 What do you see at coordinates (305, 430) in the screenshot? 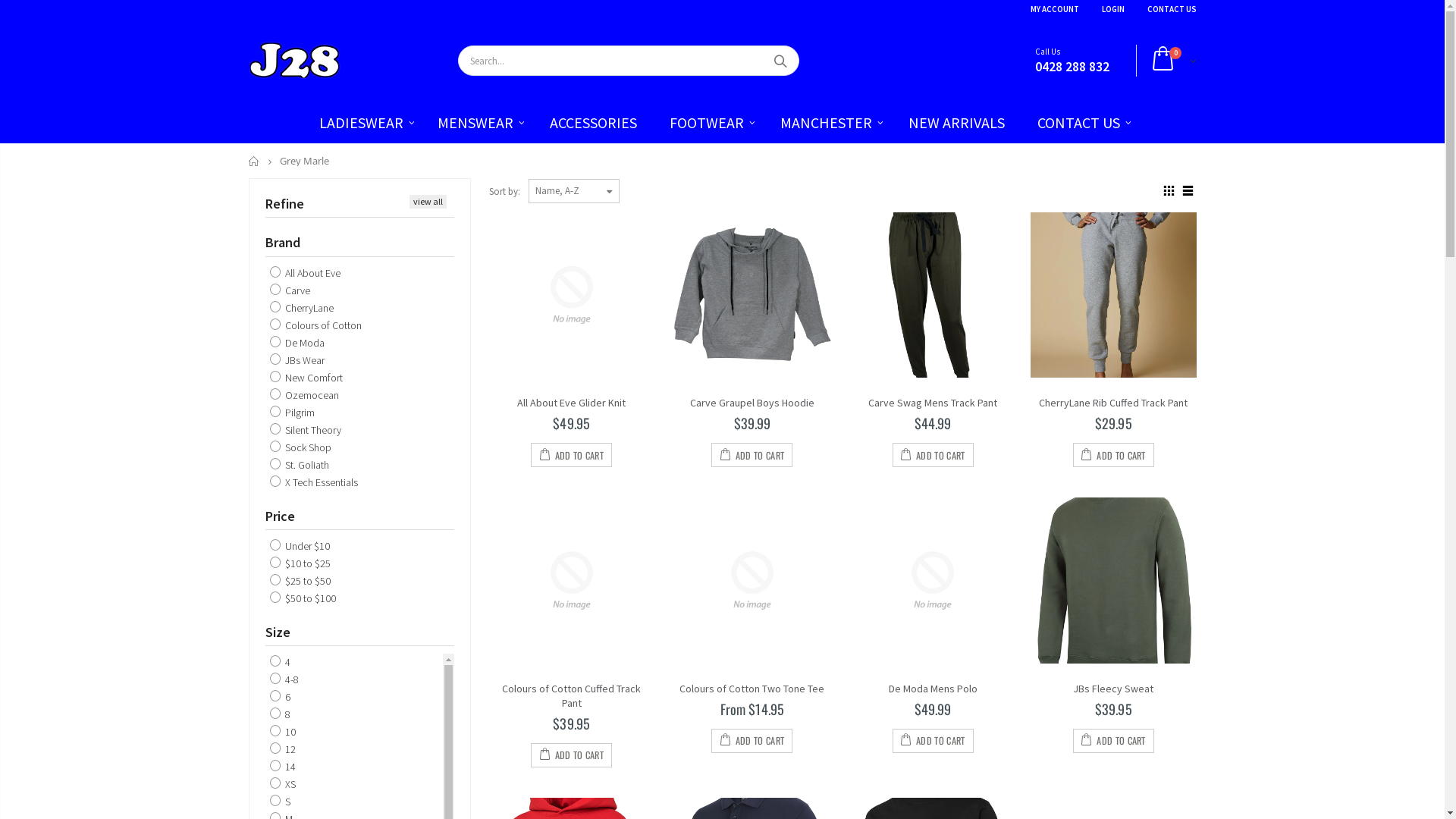
I see `'Silent Theory'` at bounding box center [305, 430].